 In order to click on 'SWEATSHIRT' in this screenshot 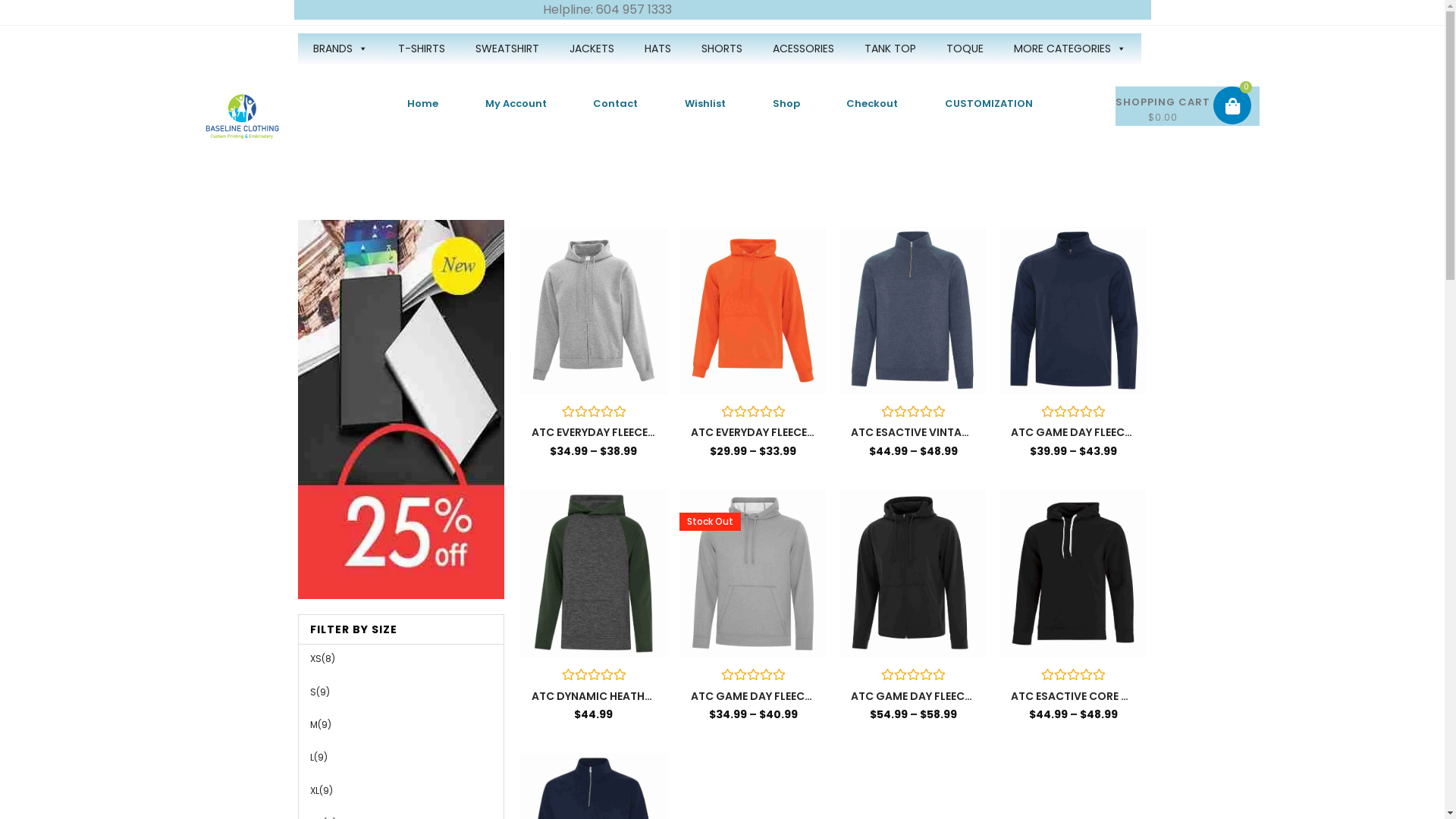, I will do `click(506, 48)`.